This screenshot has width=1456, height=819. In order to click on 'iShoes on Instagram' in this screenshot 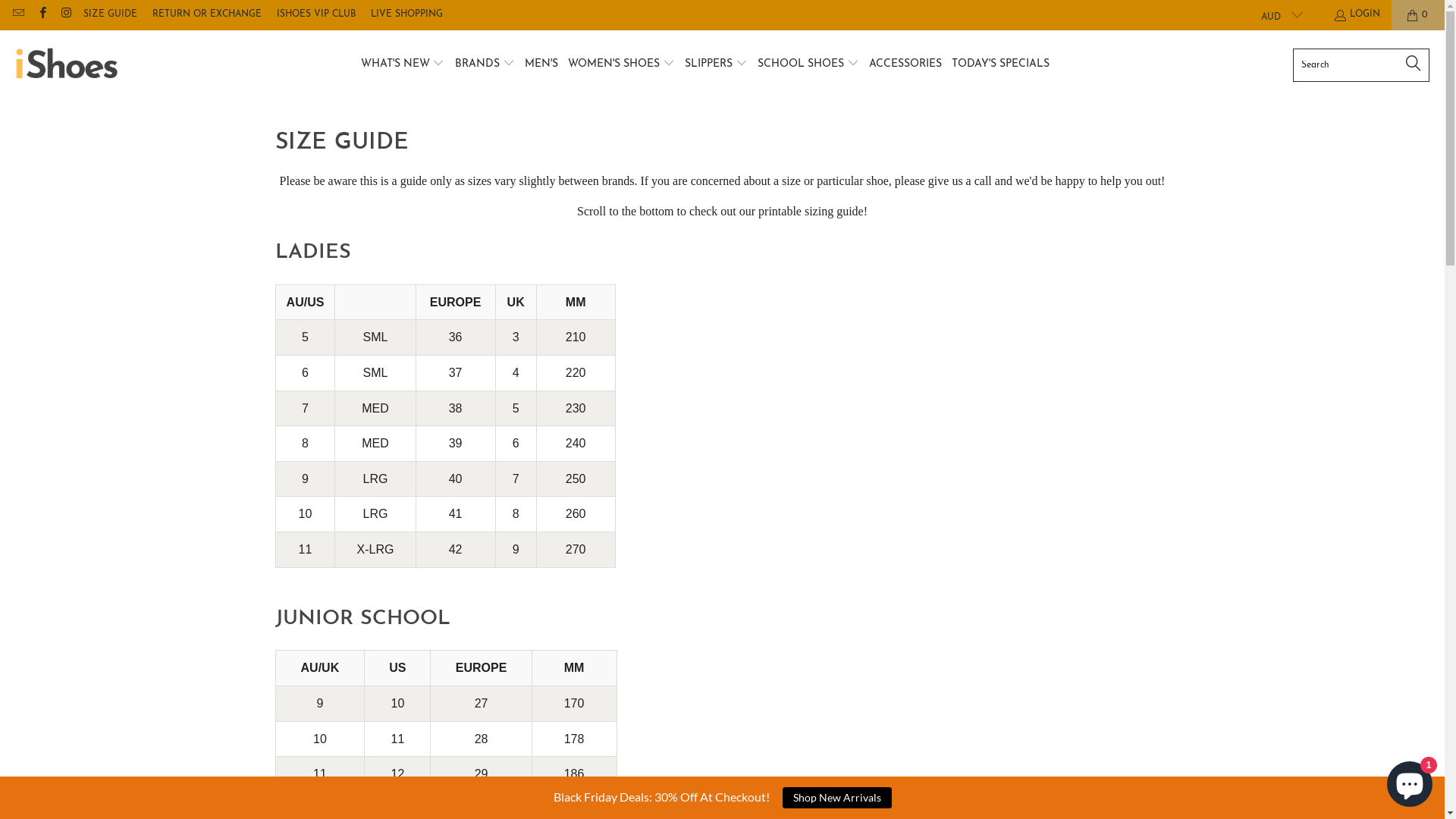, I will do `click(64, 14)`.